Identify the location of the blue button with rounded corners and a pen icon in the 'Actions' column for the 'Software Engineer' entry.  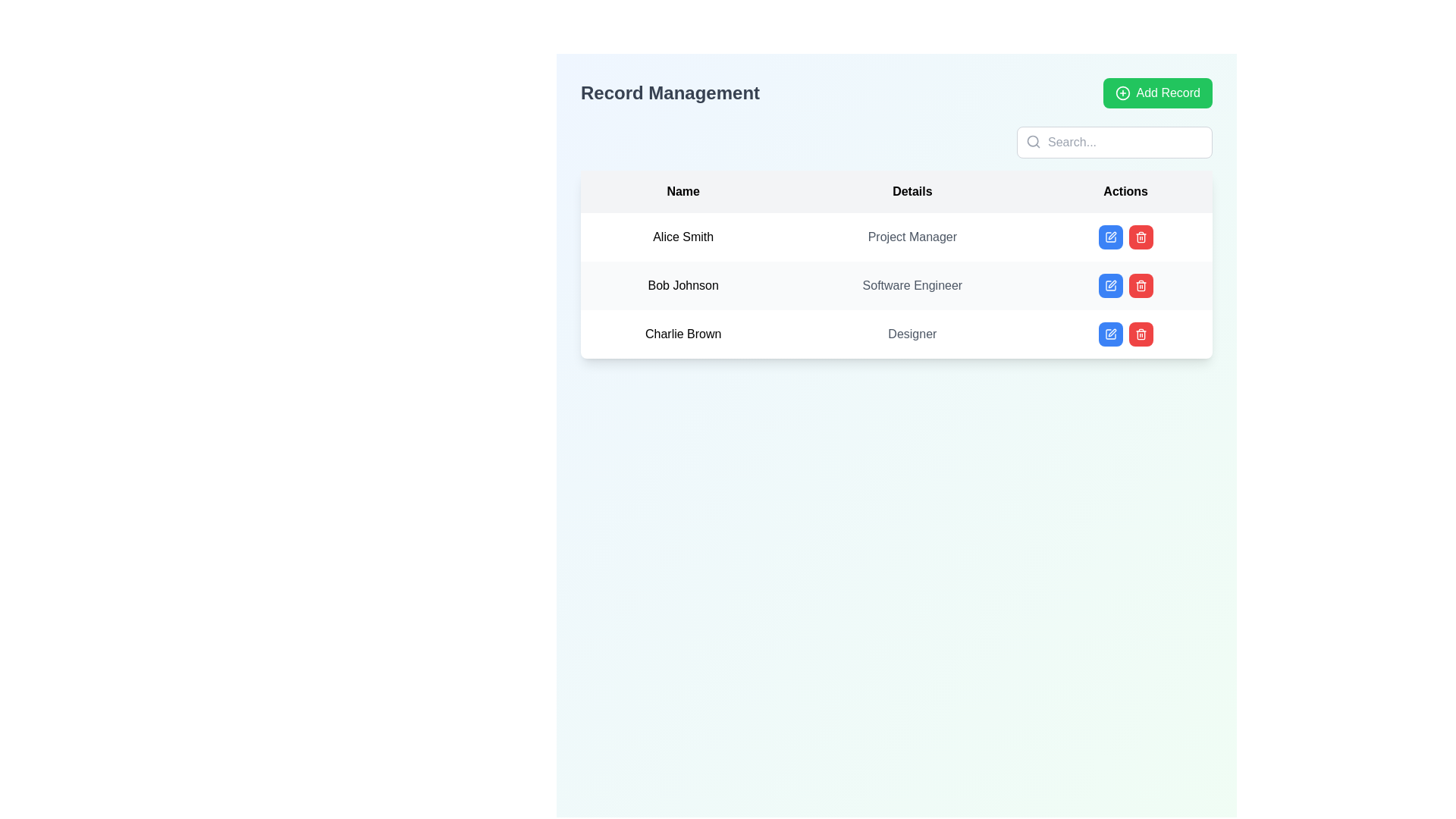
(1110, 286).